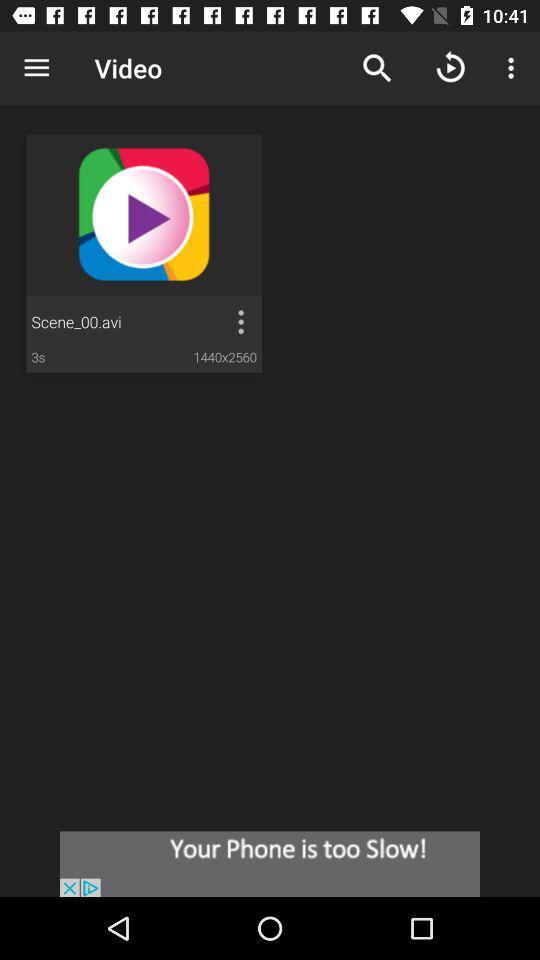 The image size is (540, 960). I want to click on the icon which is above the scene00avi option, so click(143, 215).